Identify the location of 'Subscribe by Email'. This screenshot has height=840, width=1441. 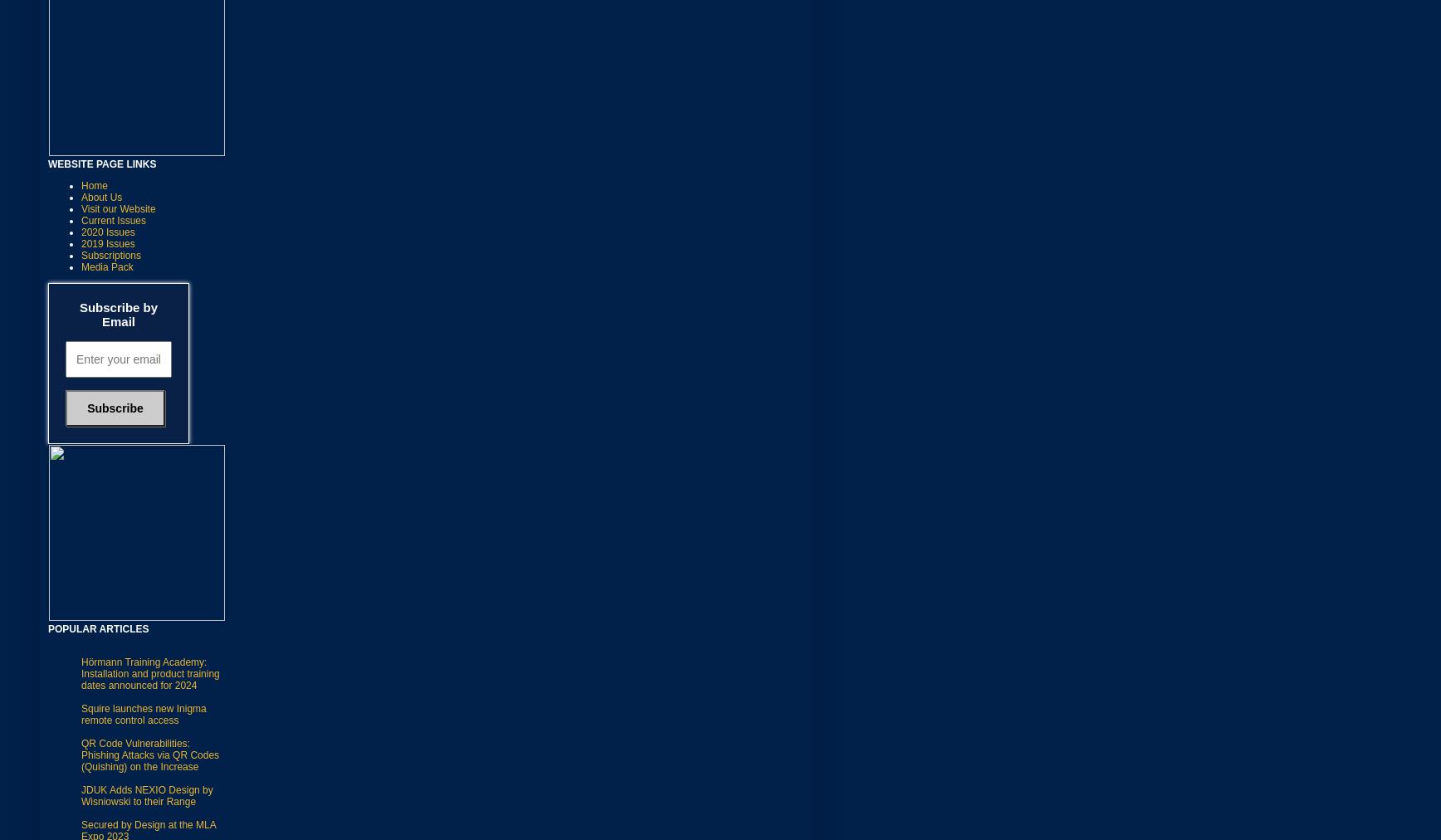
(118, 312).